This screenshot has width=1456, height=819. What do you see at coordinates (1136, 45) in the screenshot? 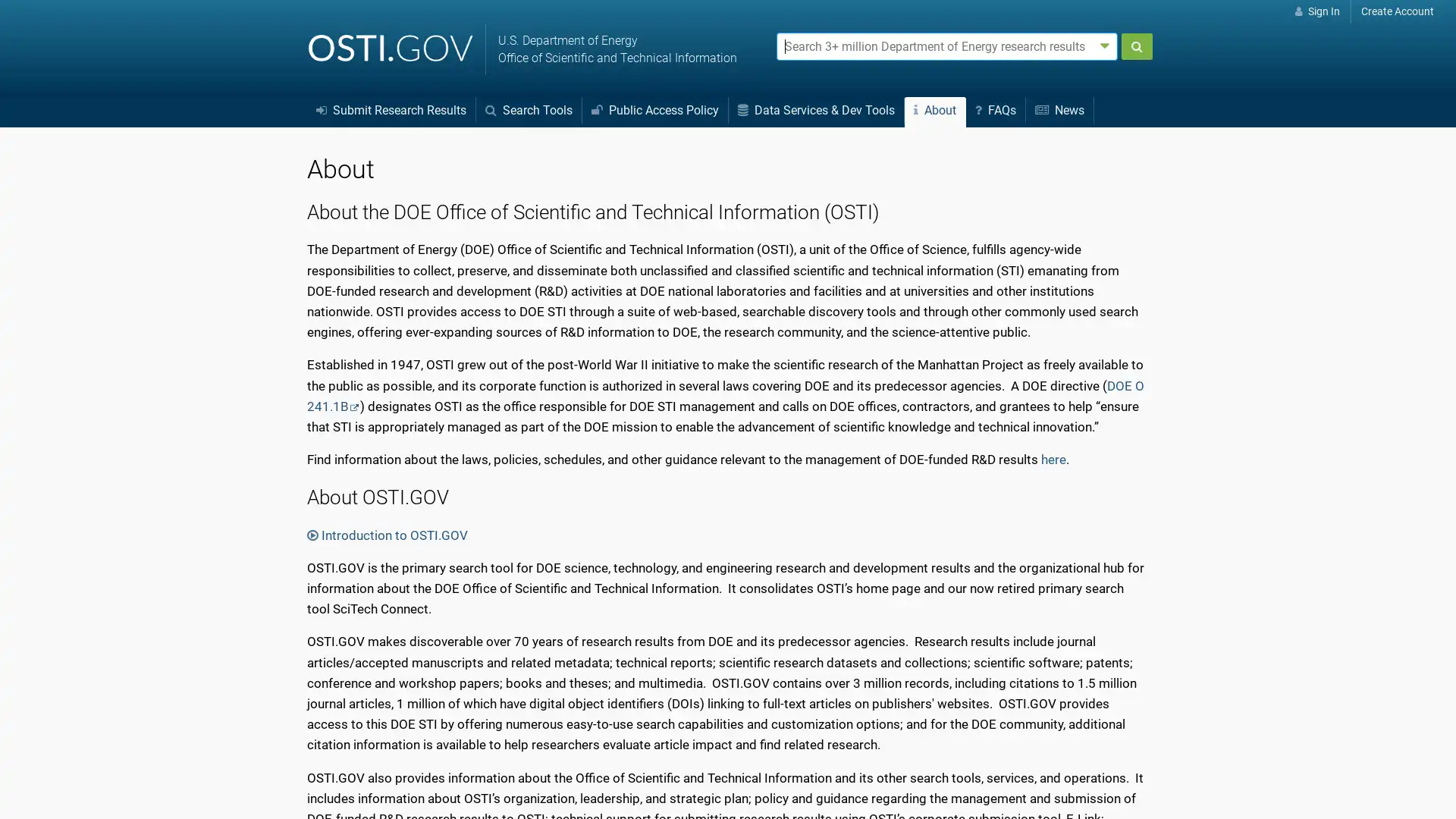
I see `Submit` at bounding box center [1136, 45].